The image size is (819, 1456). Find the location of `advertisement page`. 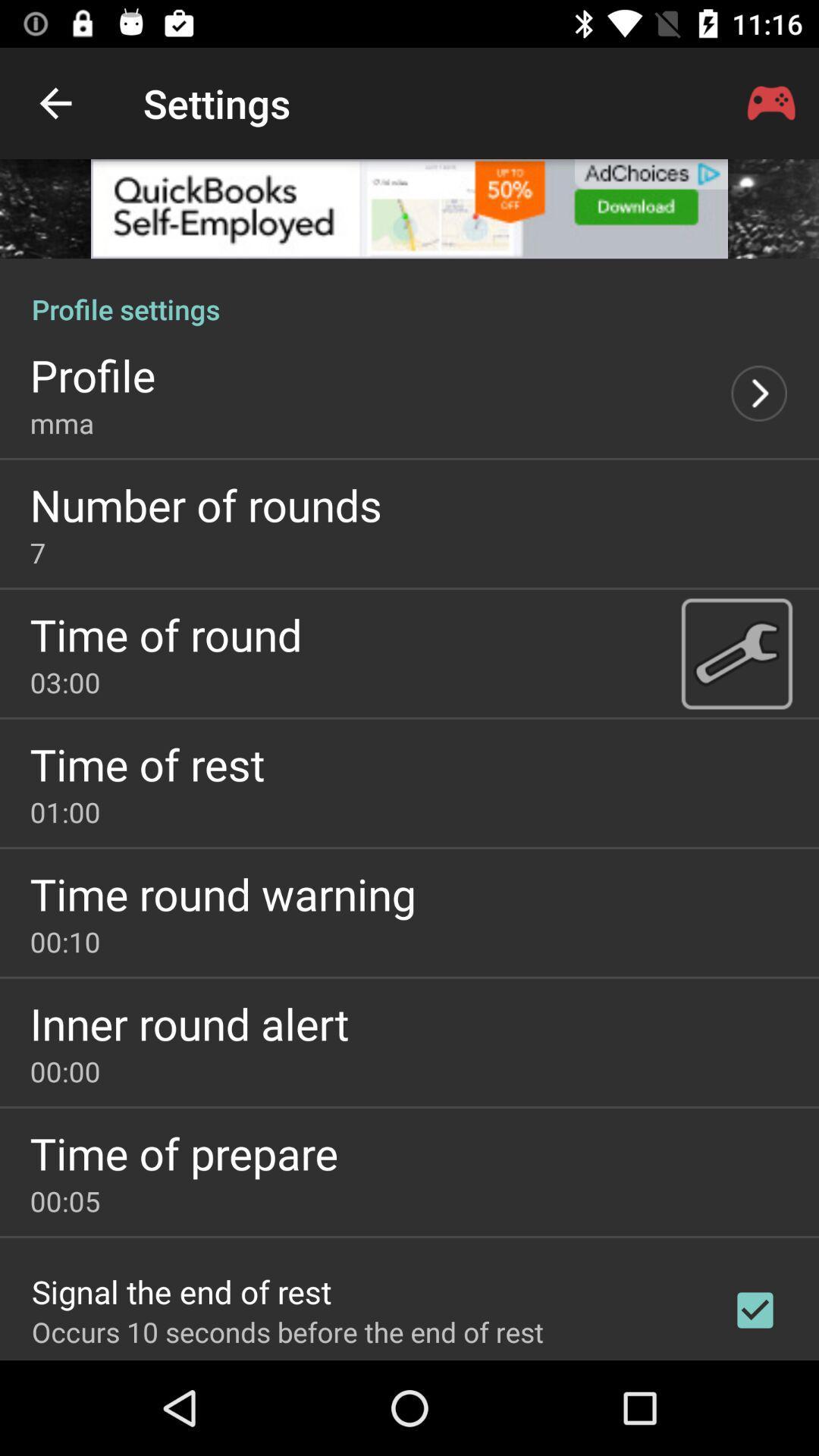

advertisement page is located at coordinates (409, 208).